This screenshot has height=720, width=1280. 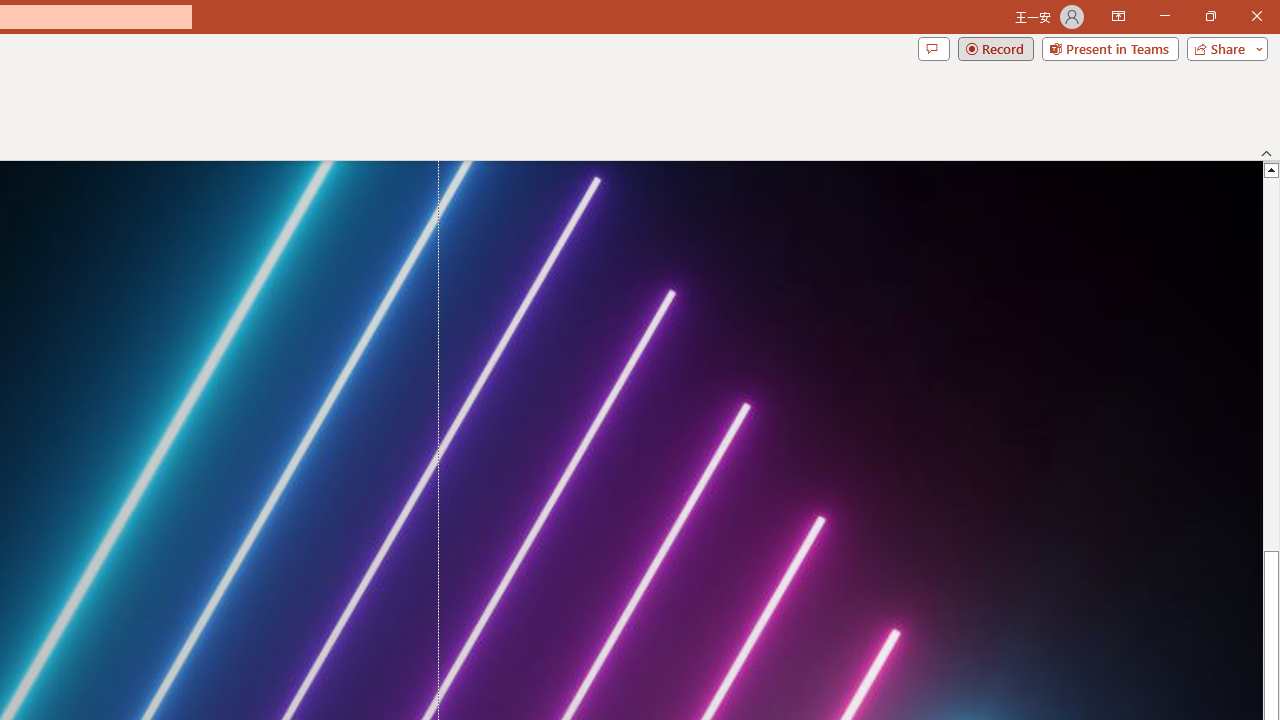 What do you see at coordinates (1255, 16) in the screenshot?
I see `'Close'` at bounding box center [1255, 16].